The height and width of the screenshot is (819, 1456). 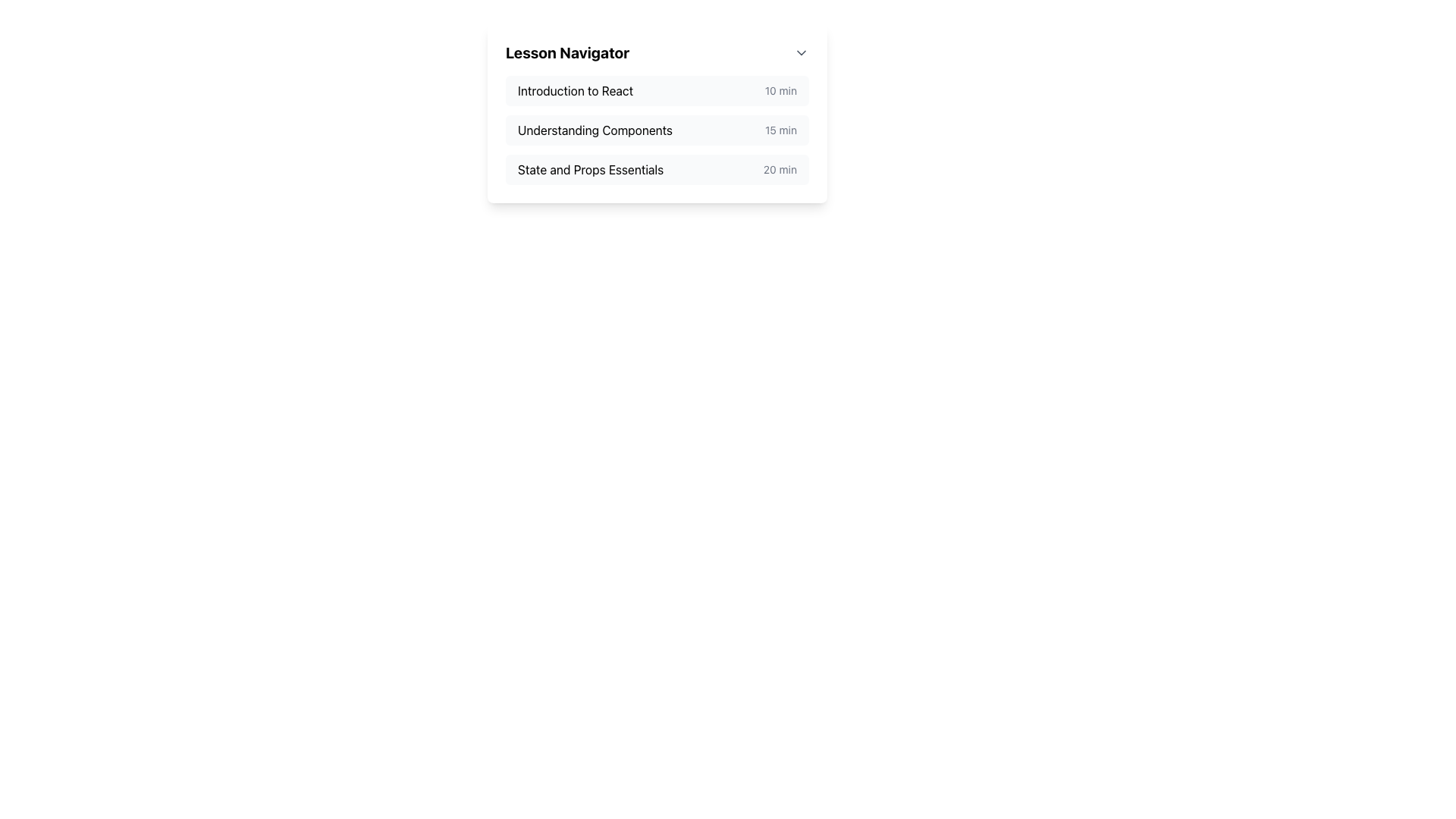 What do you see at coordinates (780, 169) in the screenshot?
I see `the text label displaying the duration of the lesson 'State and Props Essentials', which is located at the right end of the row containing the lesson title` at bounding box center [780, 169].